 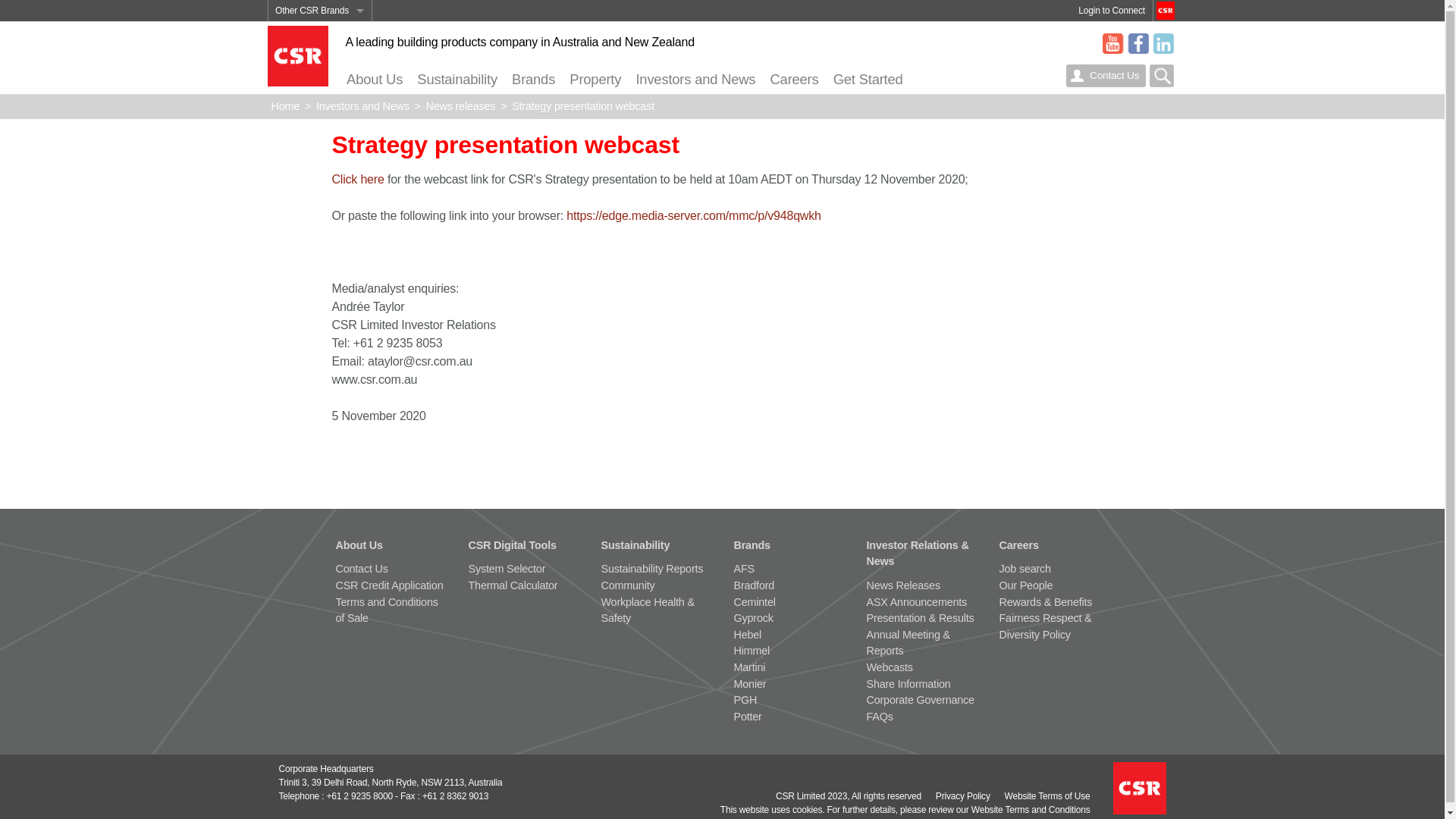 What do you see at coordinates (907, 643) in the screenshot?
I see `'Annual Meeting & Reports'` at bounding box center [907, 643].